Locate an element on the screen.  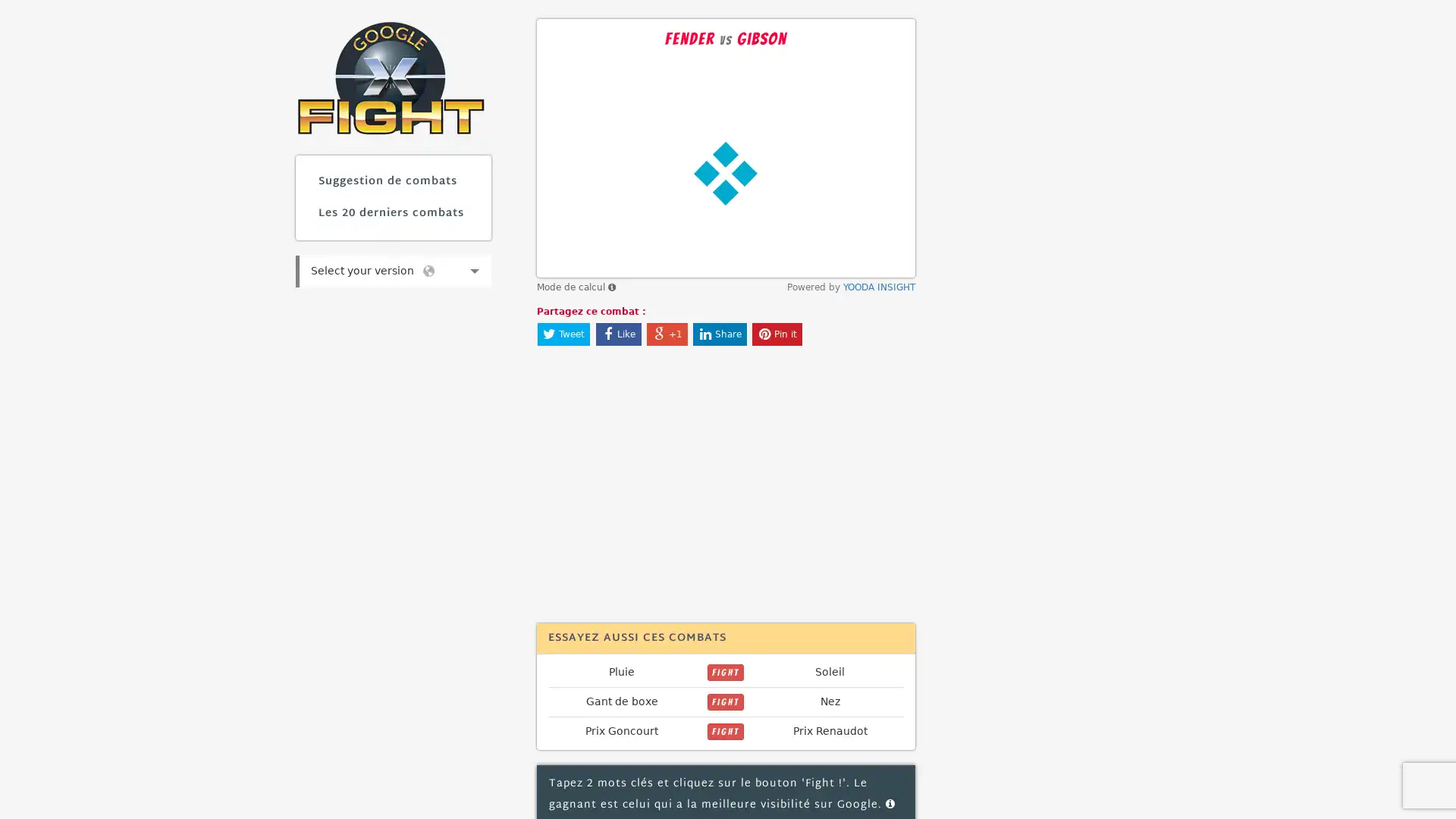
FIGHT is located at coordinates (724, 701).